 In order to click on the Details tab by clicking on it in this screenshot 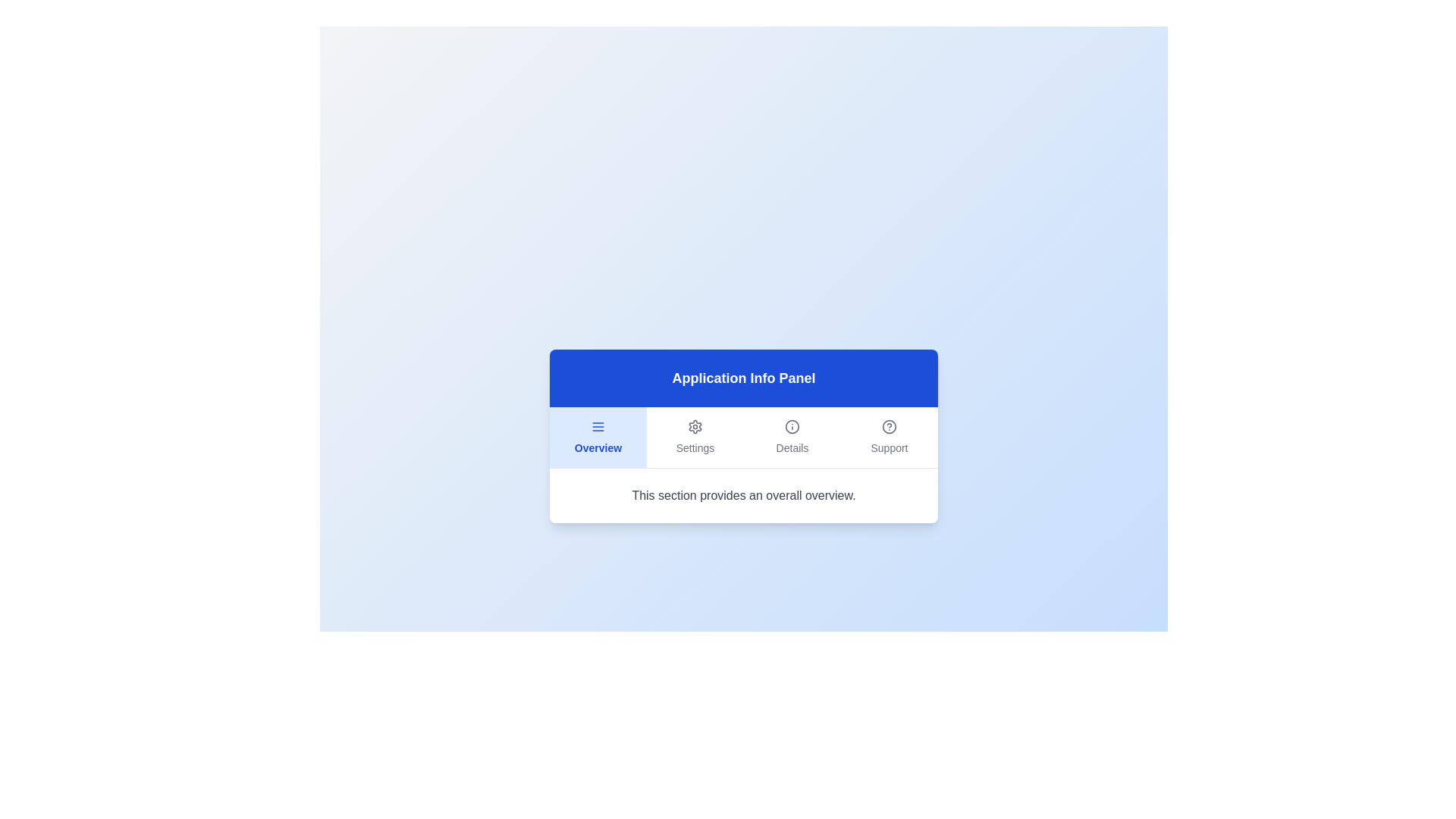, I will do `click(792, 437)`.